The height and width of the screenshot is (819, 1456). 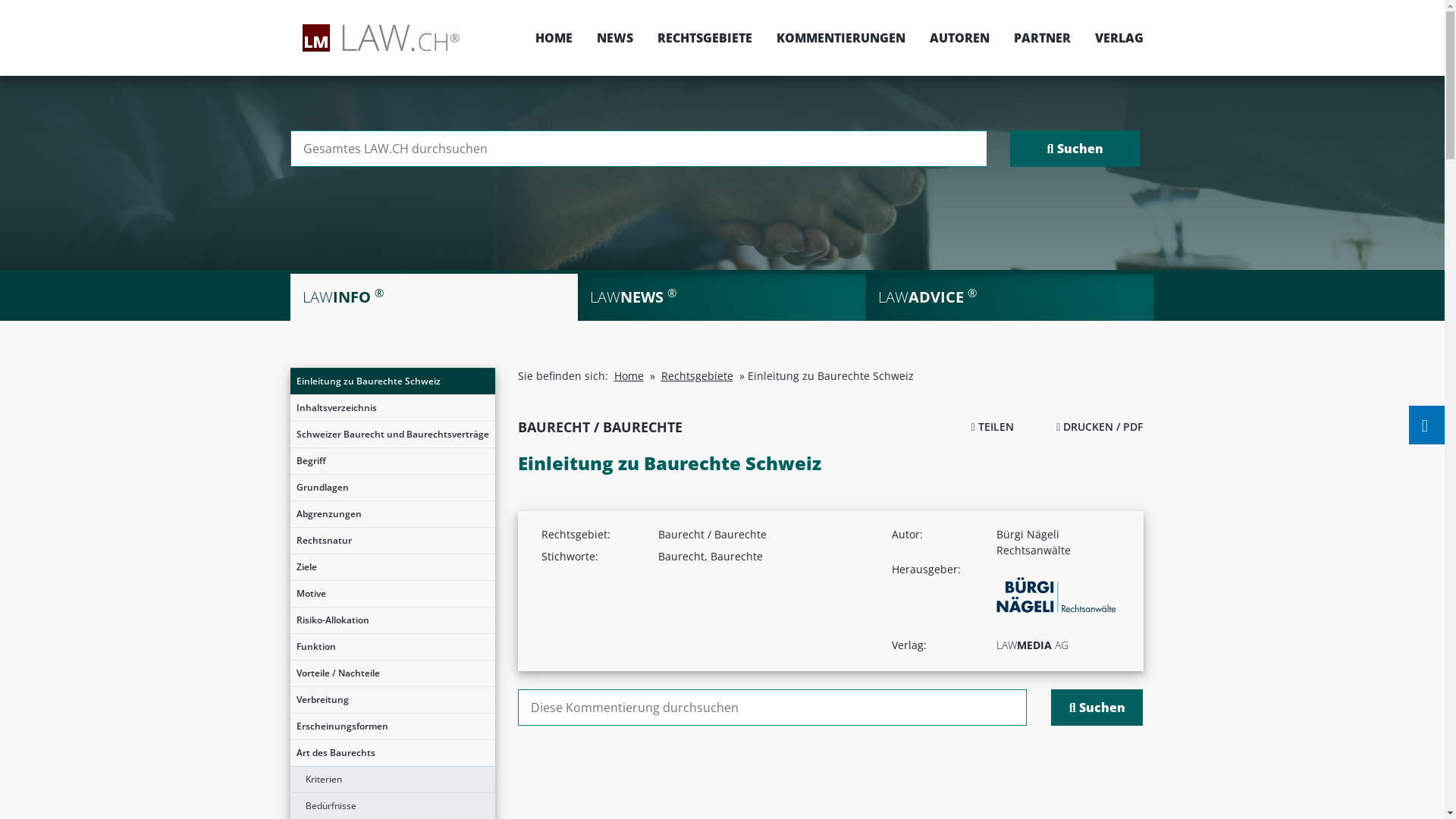 I want to click on 'Funktion', so click(x=392, y=646).